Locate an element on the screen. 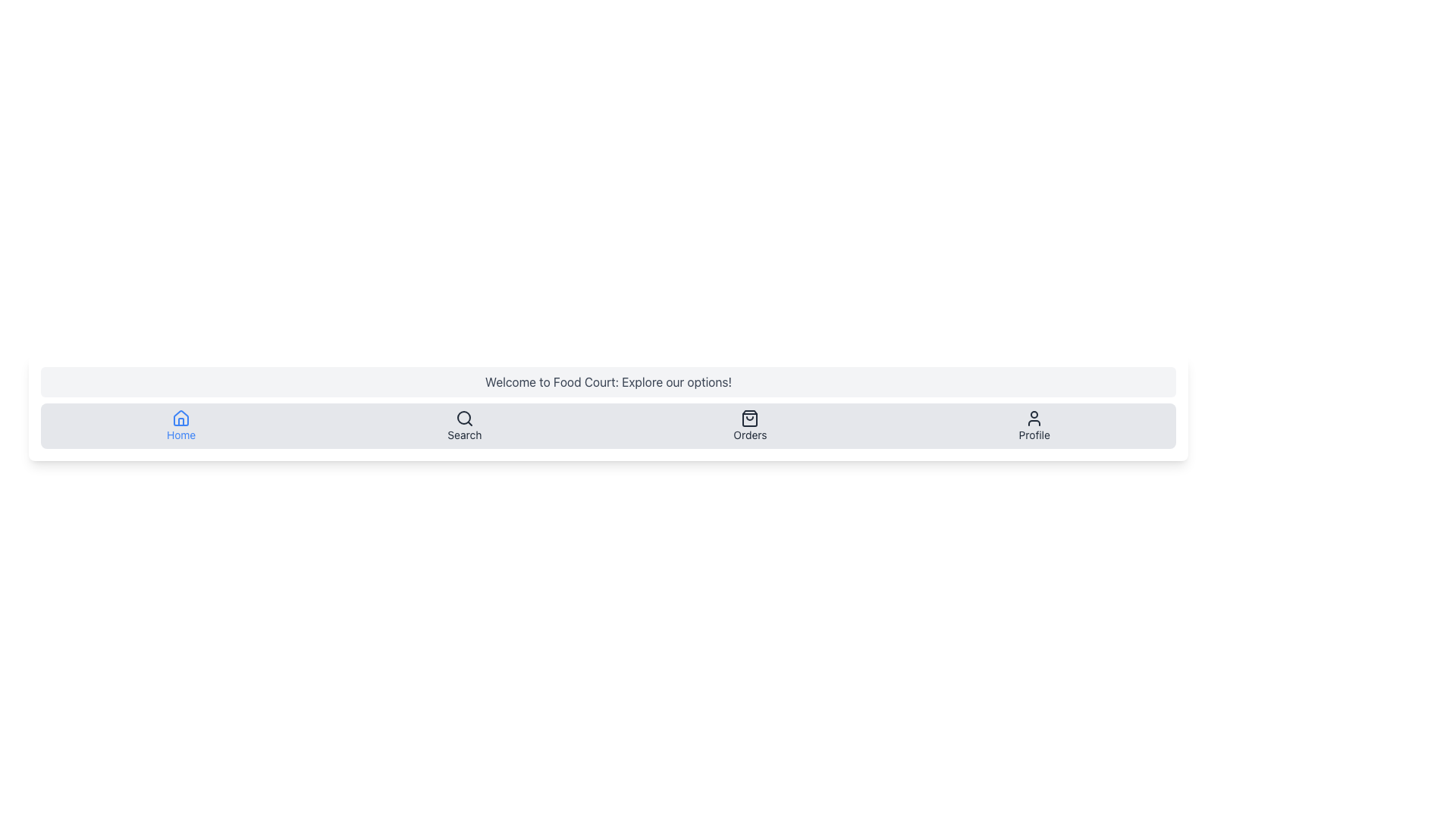 The image size is (1456, 819). the 'Orders' text label located below the shopping bag icon in the bottom navigation bar is located at coordinates (750, 435).